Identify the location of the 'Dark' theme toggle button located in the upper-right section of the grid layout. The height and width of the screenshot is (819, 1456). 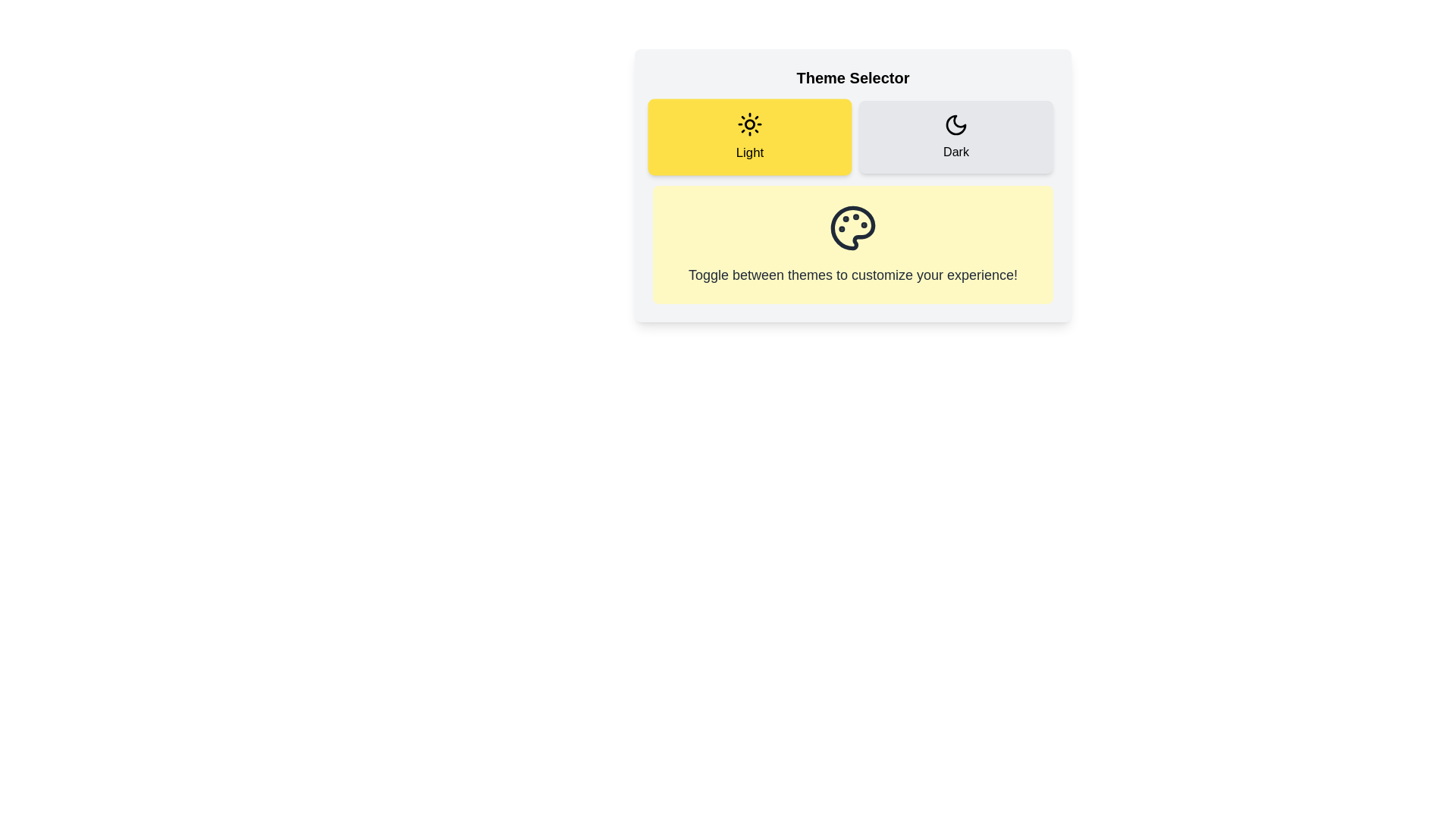
(955, 137).